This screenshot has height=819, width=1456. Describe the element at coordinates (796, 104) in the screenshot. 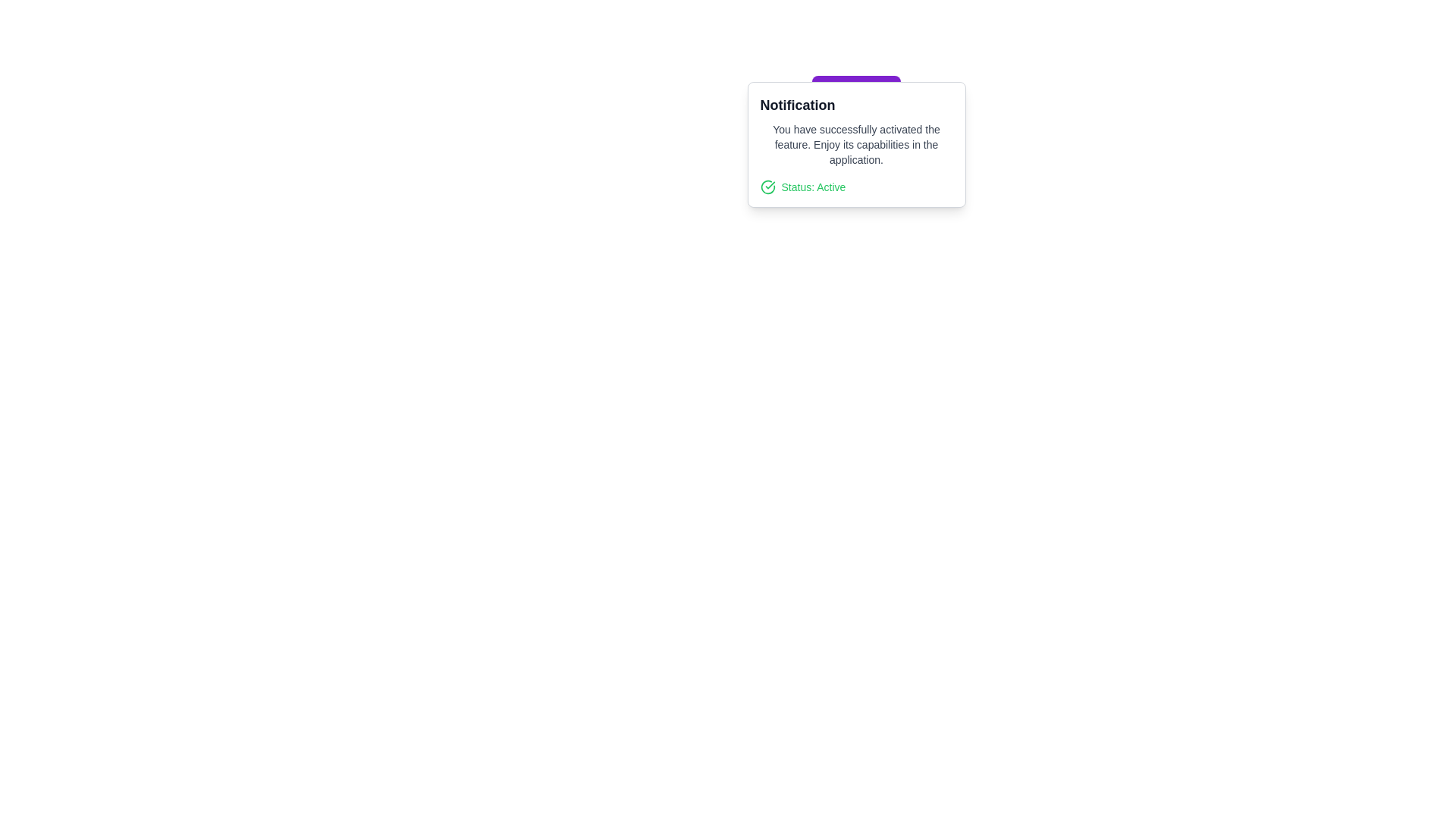

I see `text label at the top of the notification card, which serves as the header indicating the type or purpose of the notification` at that location.